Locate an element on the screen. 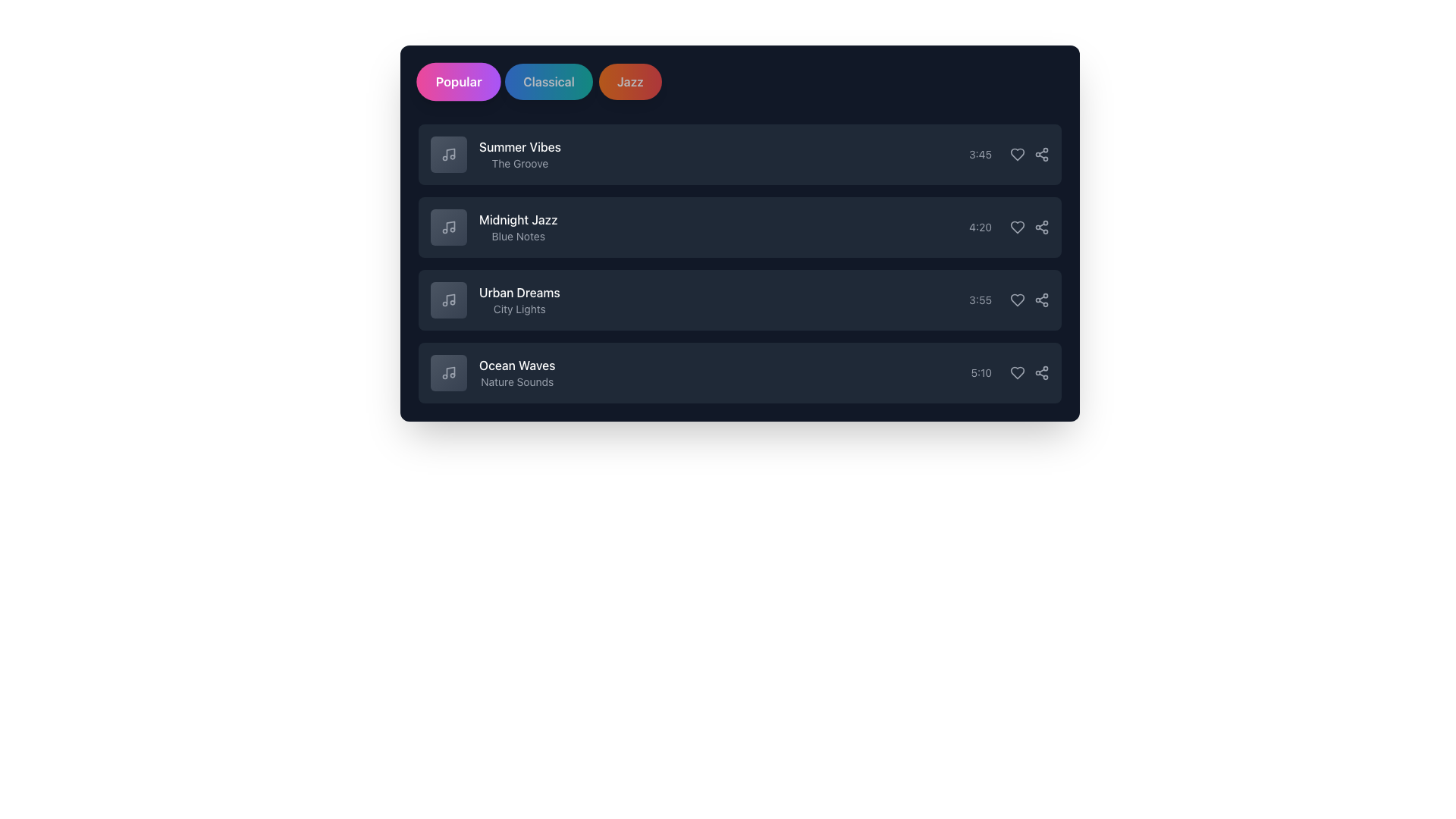 The height and width of the screenshot is (819, 1456). the 'Popular' oval button with a gradient background transitioning from pink to purple for accessibility navigation is located at coordinates (458, 82).